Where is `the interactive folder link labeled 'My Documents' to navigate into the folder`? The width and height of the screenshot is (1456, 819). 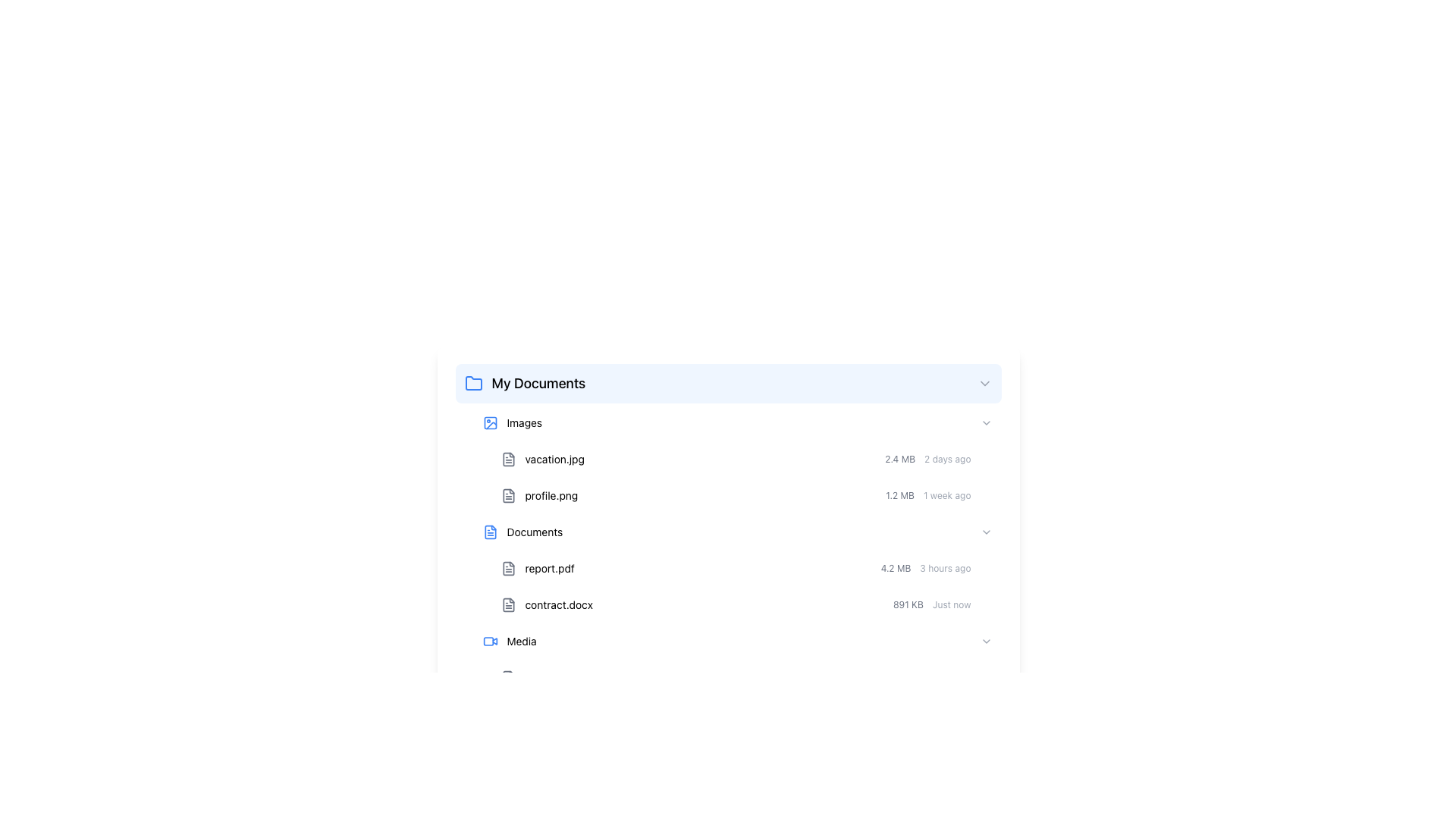 the interactive folder link labeled 'My Documents' to navigate into the folder is located at coordinates (525, 382).